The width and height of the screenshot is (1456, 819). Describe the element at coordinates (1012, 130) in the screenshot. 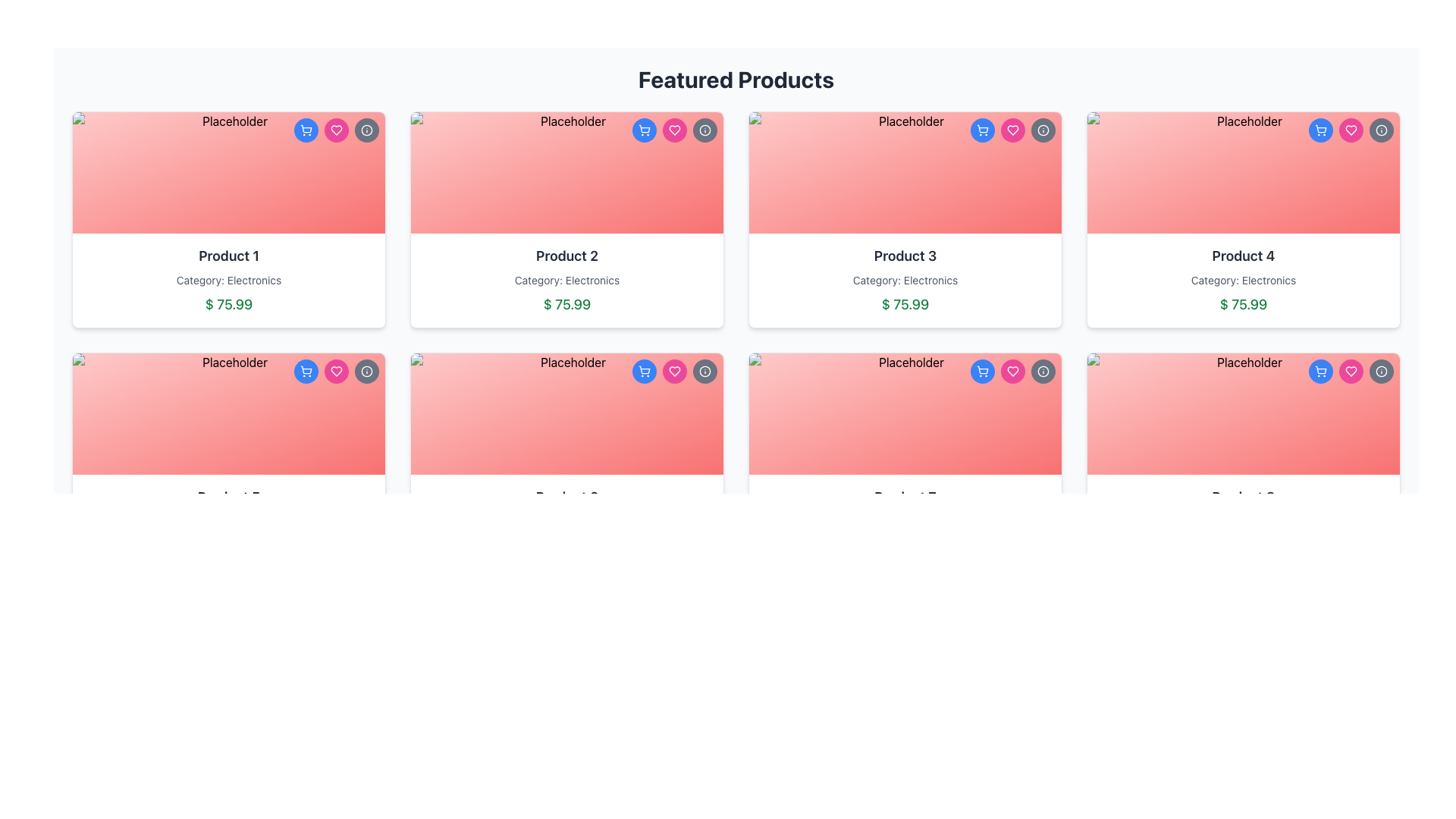

I see `the heart-shaped icon with a hollow center and solid outline in pink color to mark 'Product 3' as favorite` at that location.